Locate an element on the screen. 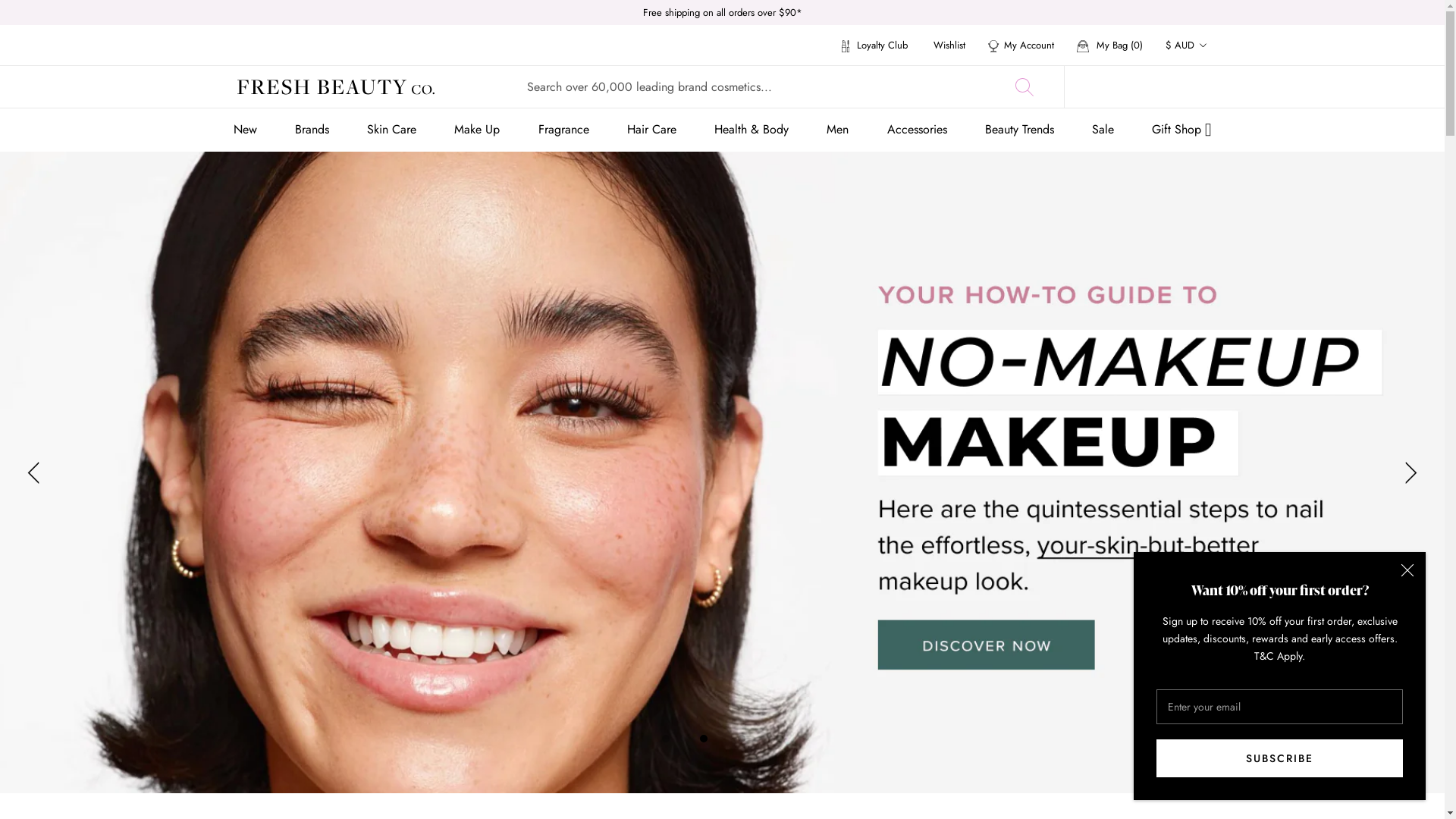 The width and height of the screenshot is (1456, 819). '$ AUD' is located at coordinates (1164, 44).